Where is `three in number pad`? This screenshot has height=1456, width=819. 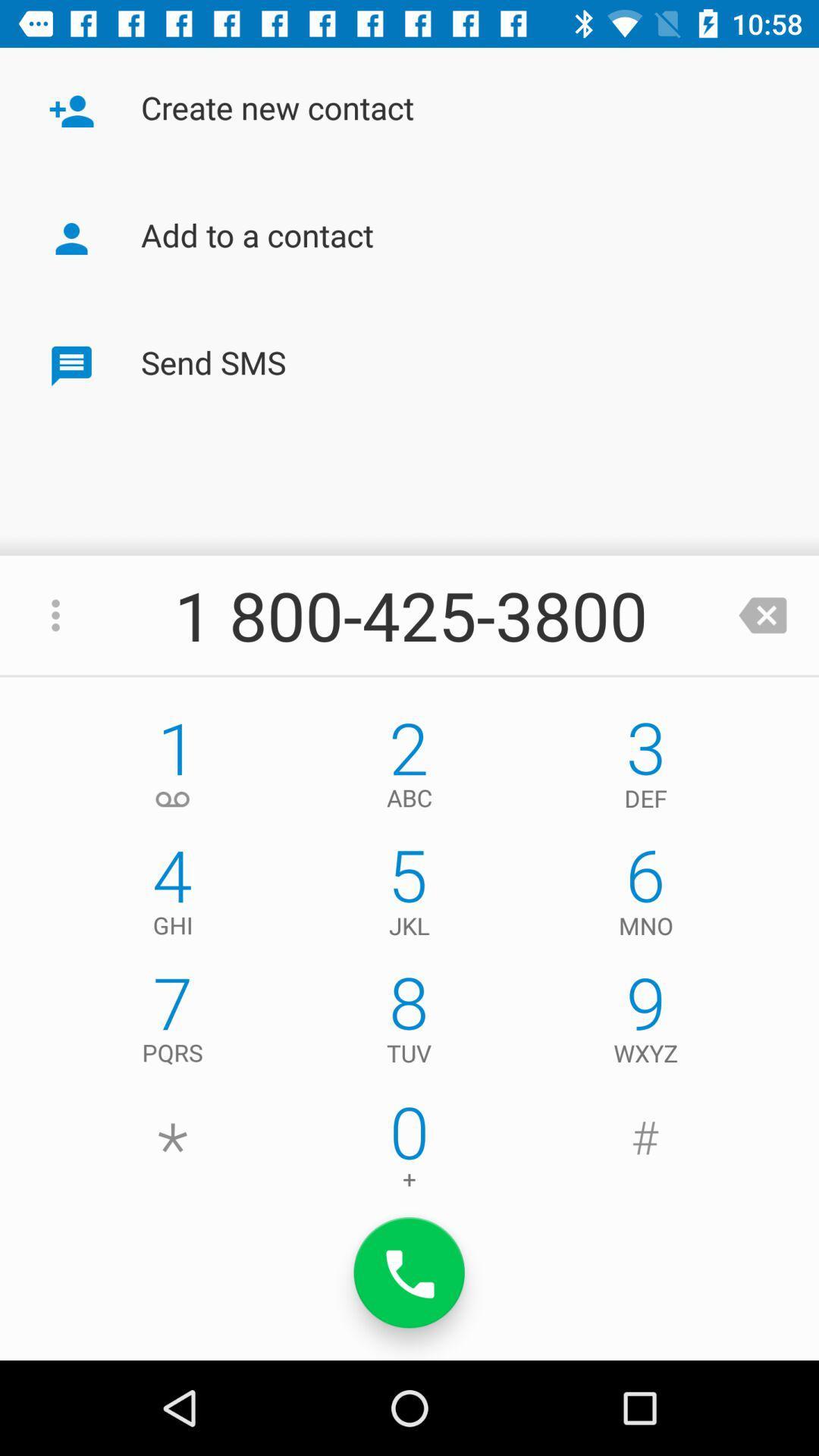 three in number pad is located at coordinates (646, 768).